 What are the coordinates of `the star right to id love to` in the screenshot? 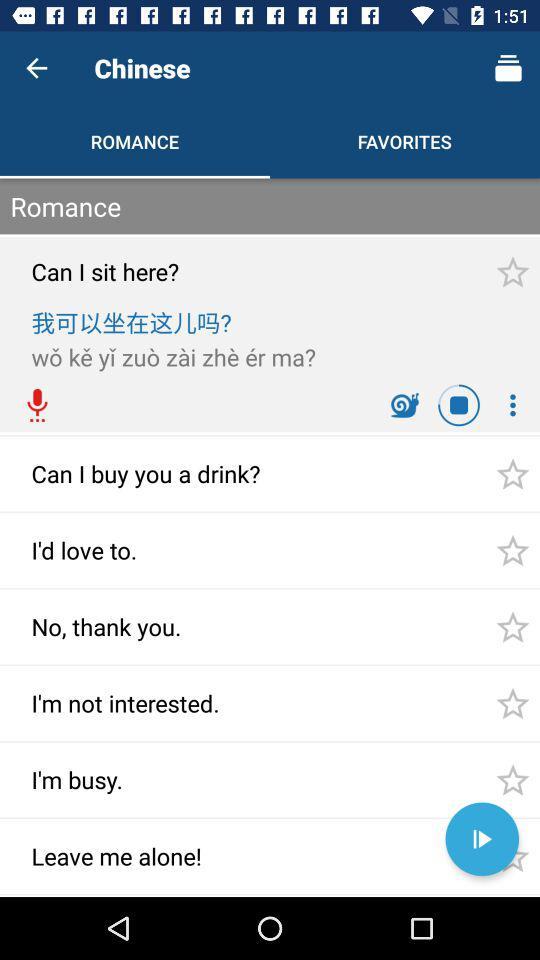 It's located at (513, 550).